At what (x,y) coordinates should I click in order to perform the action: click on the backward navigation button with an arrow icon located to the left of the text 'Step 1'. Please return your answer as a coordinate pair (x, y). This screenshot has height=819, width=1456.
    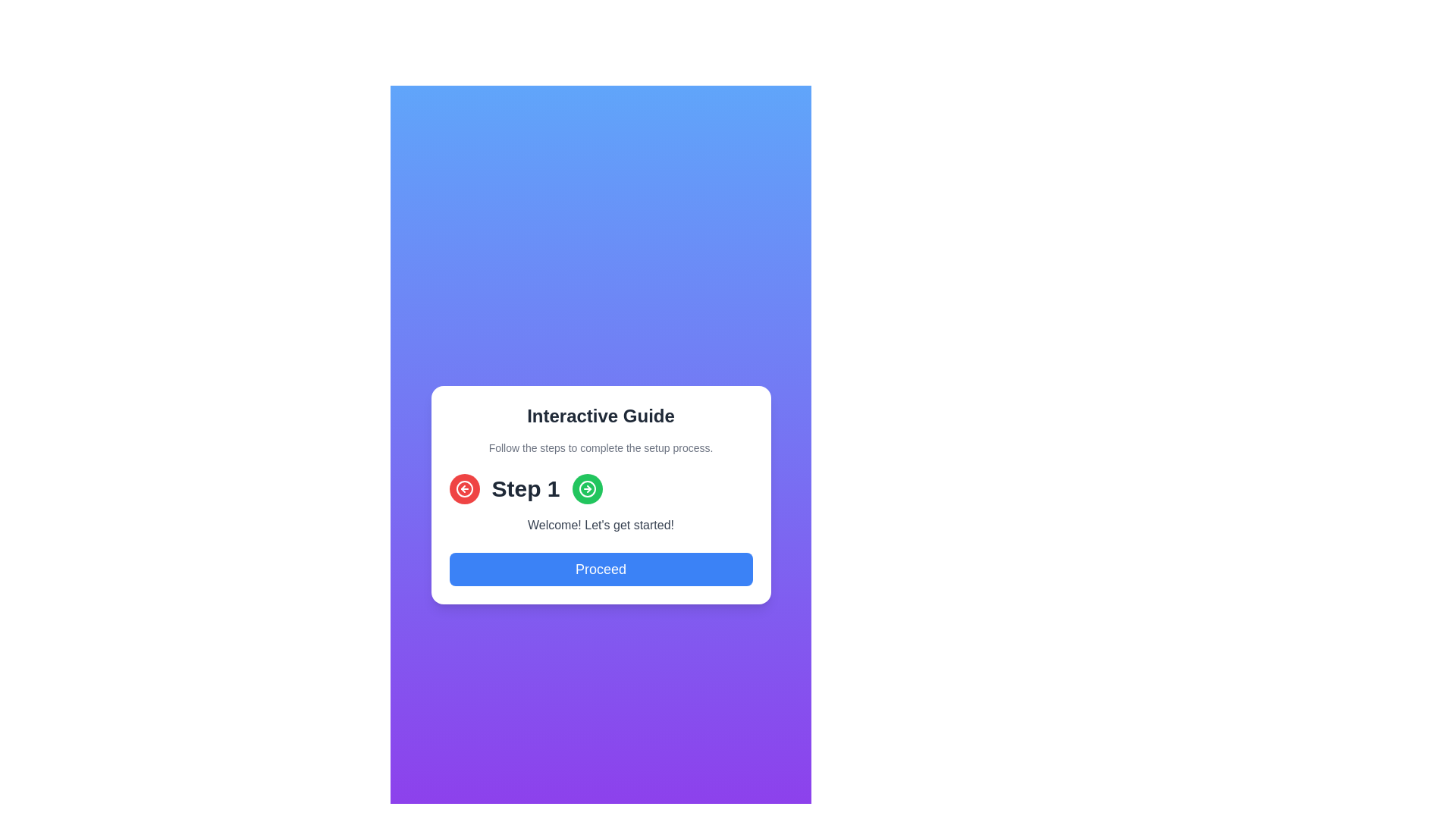
    Looking at the image, I should click on (463, 488).